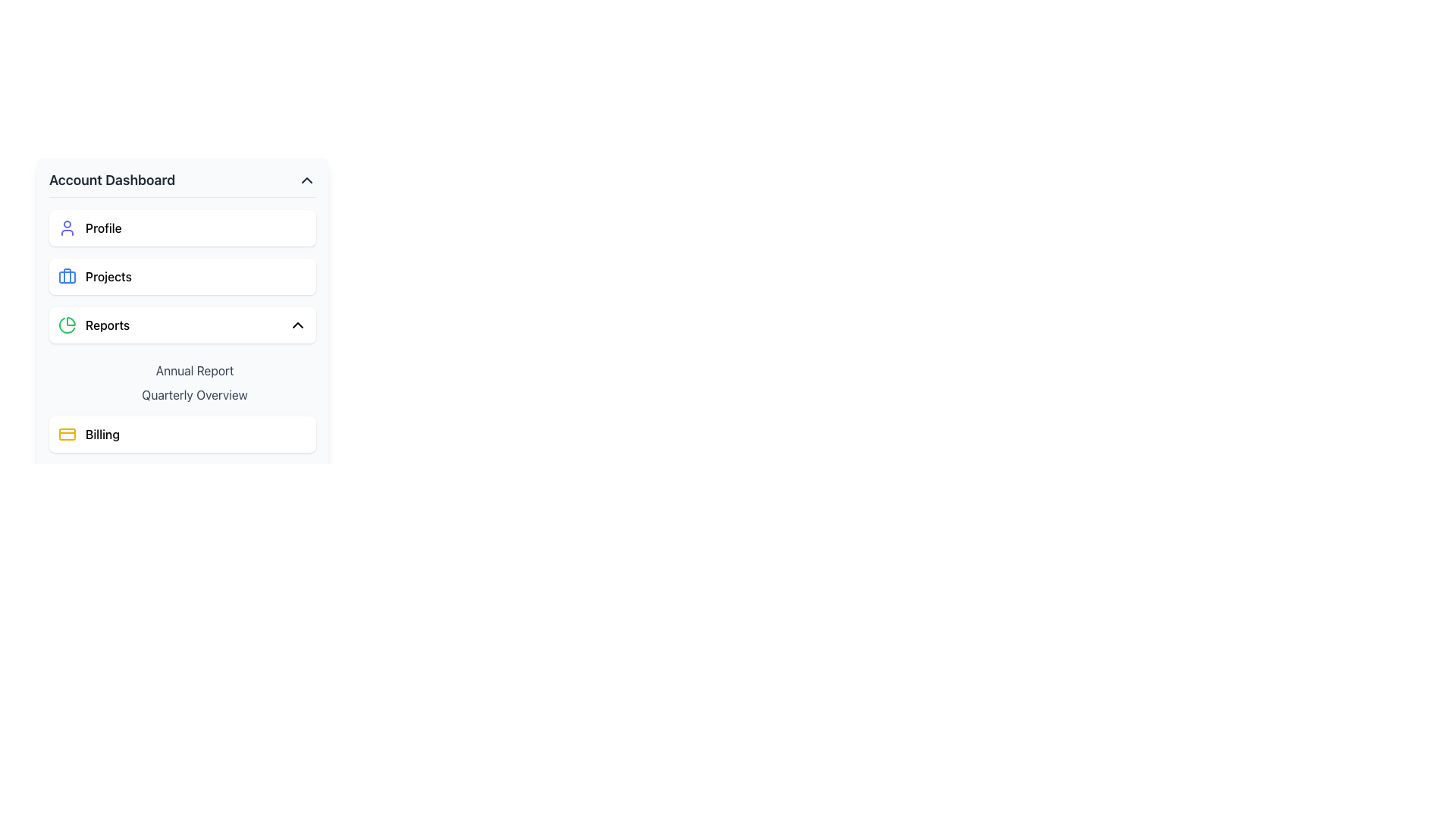 The height and width of the screenshot is (819, 1456). Describe the element at coordinates (67, 275) in the screenshot. I see `the left vertical side of the briefcase icon in the Account Dashboard menu, adjacent to the 'Projects' text` at that location.